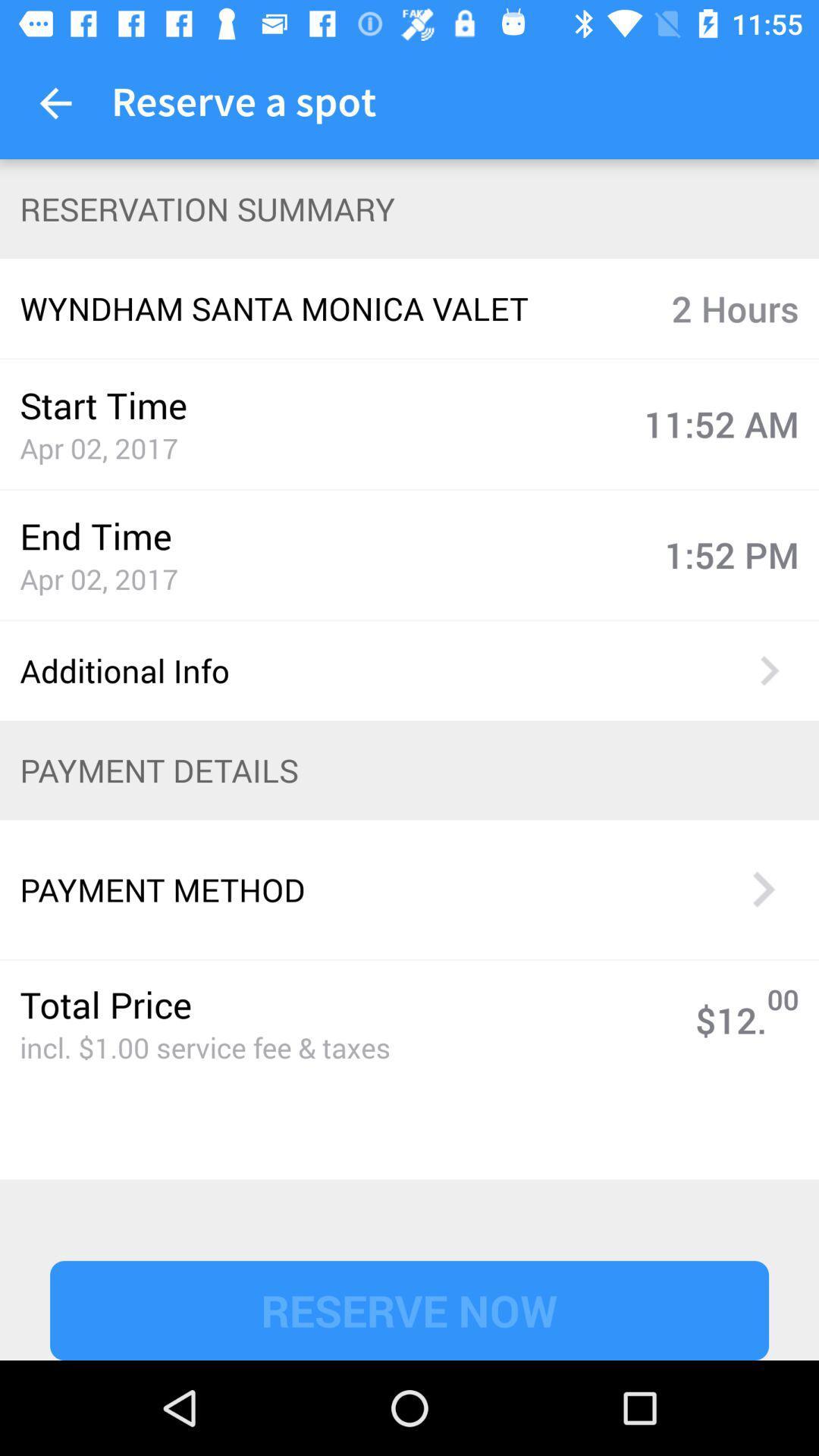 The image size is (819, 1456). What do you see at coordinates (55, 102) in the screenshot?
I see `the icon to the left of reserve a spot icon` at bounding box center [55, 102].